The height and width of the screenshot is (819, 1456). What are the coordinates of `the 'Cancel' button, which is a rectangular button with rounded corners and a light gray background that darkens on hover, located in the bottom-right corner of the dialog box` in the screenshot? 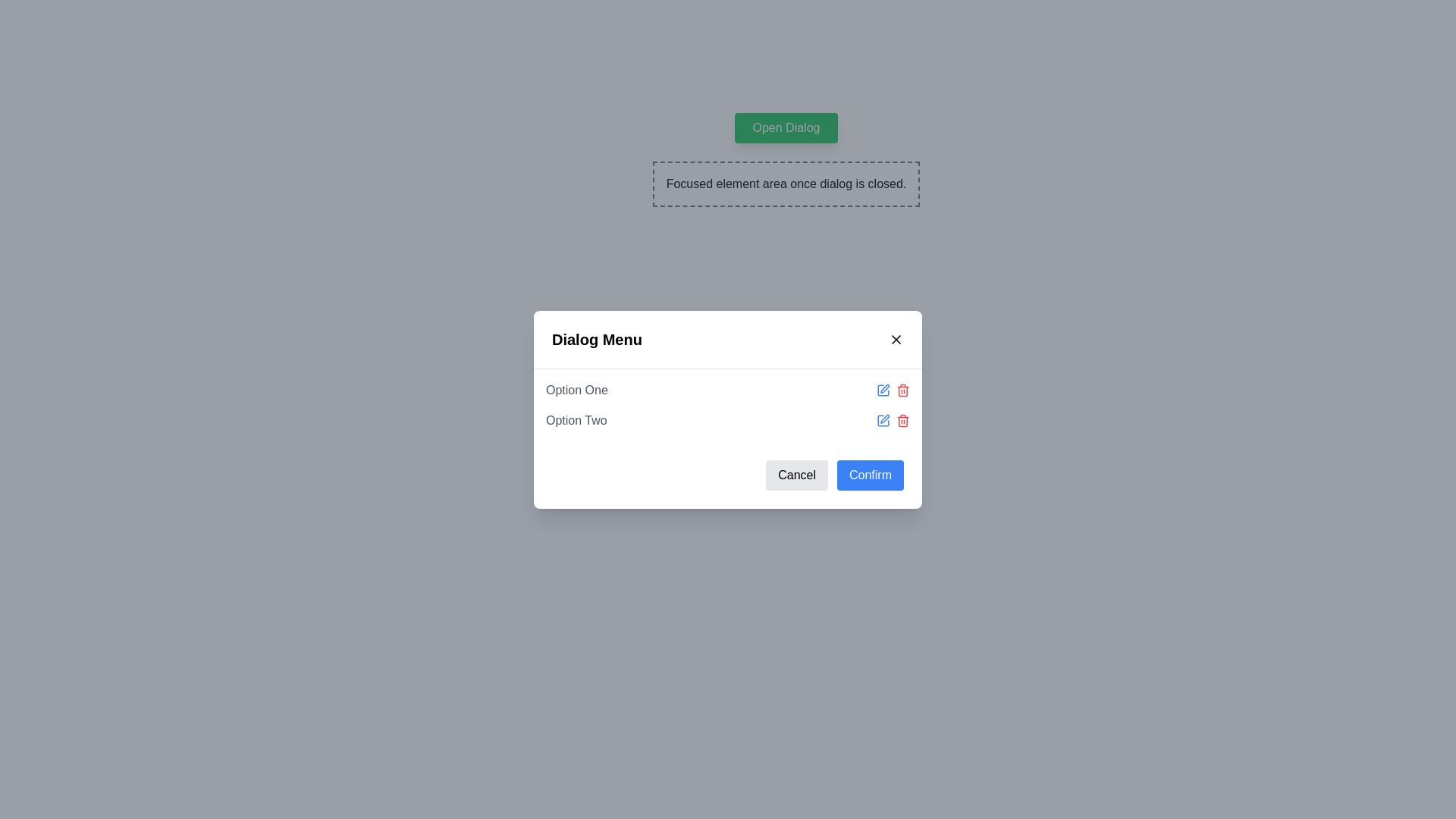 It's located at (796, 474).